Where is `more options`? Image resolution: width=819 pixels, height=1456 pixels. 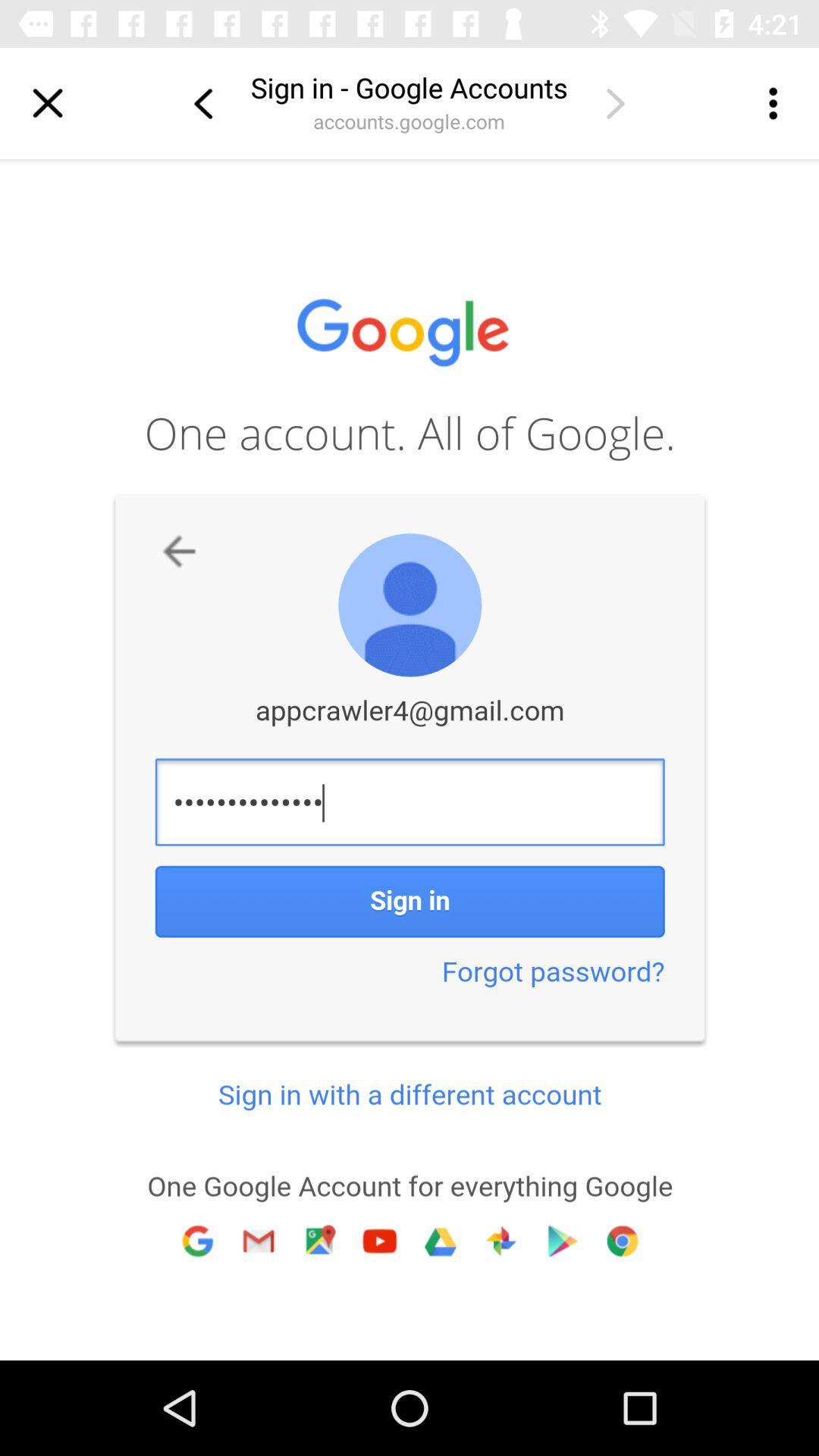
more options is located at coordinates (771, 102).